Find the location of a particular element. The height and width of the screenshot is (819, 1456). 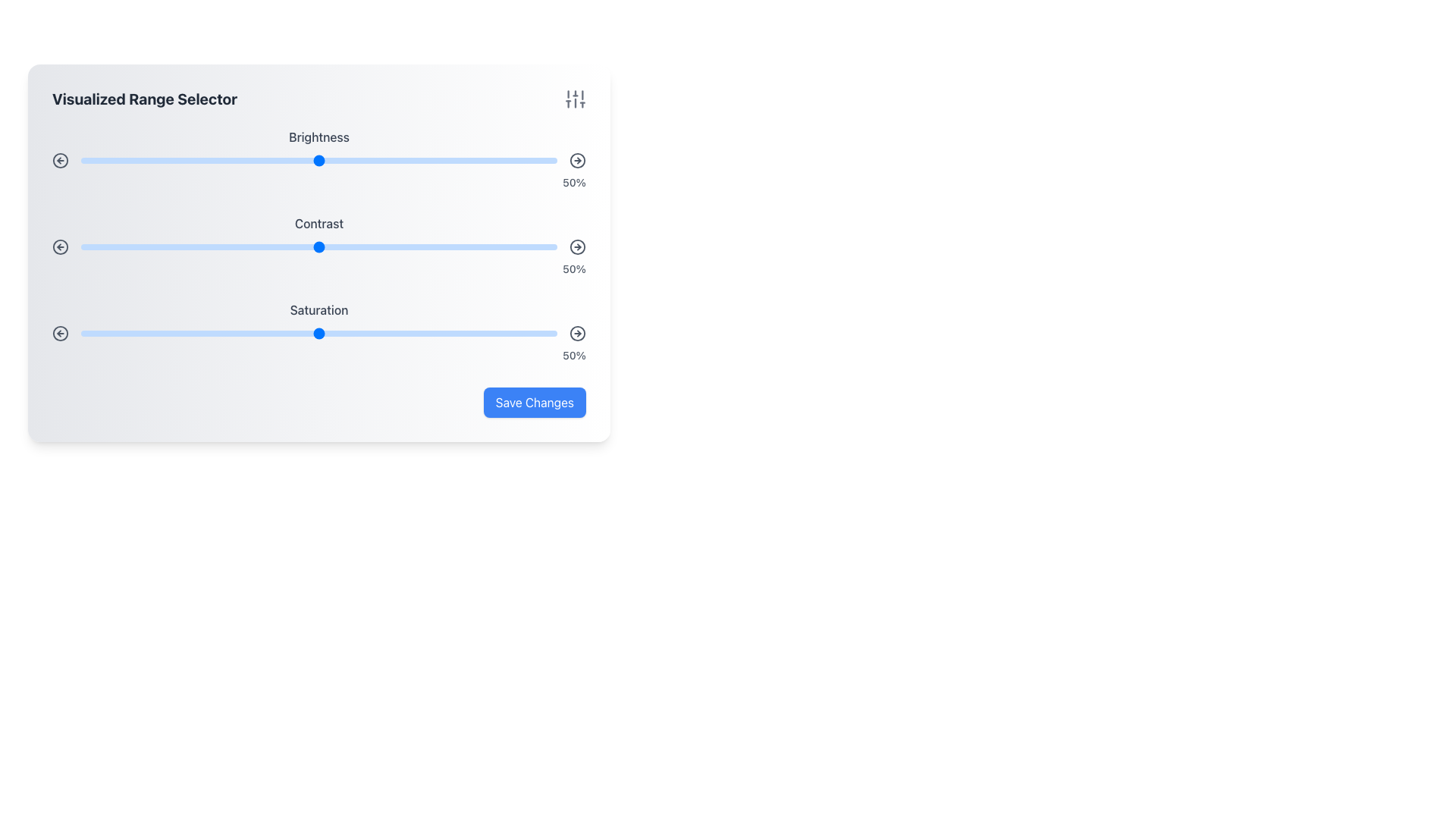

the slider value is located at coordinates (147, 246).